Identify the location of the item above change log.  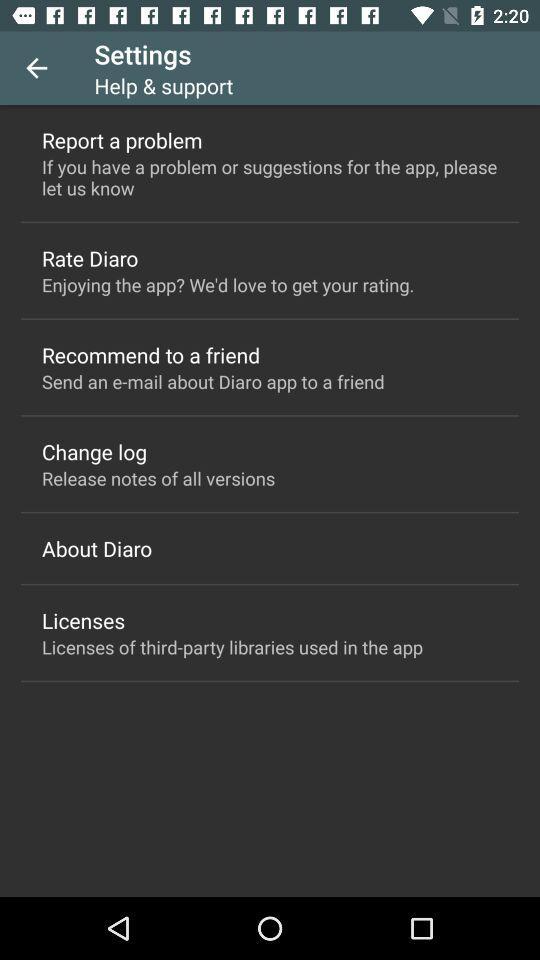
(212, 380).